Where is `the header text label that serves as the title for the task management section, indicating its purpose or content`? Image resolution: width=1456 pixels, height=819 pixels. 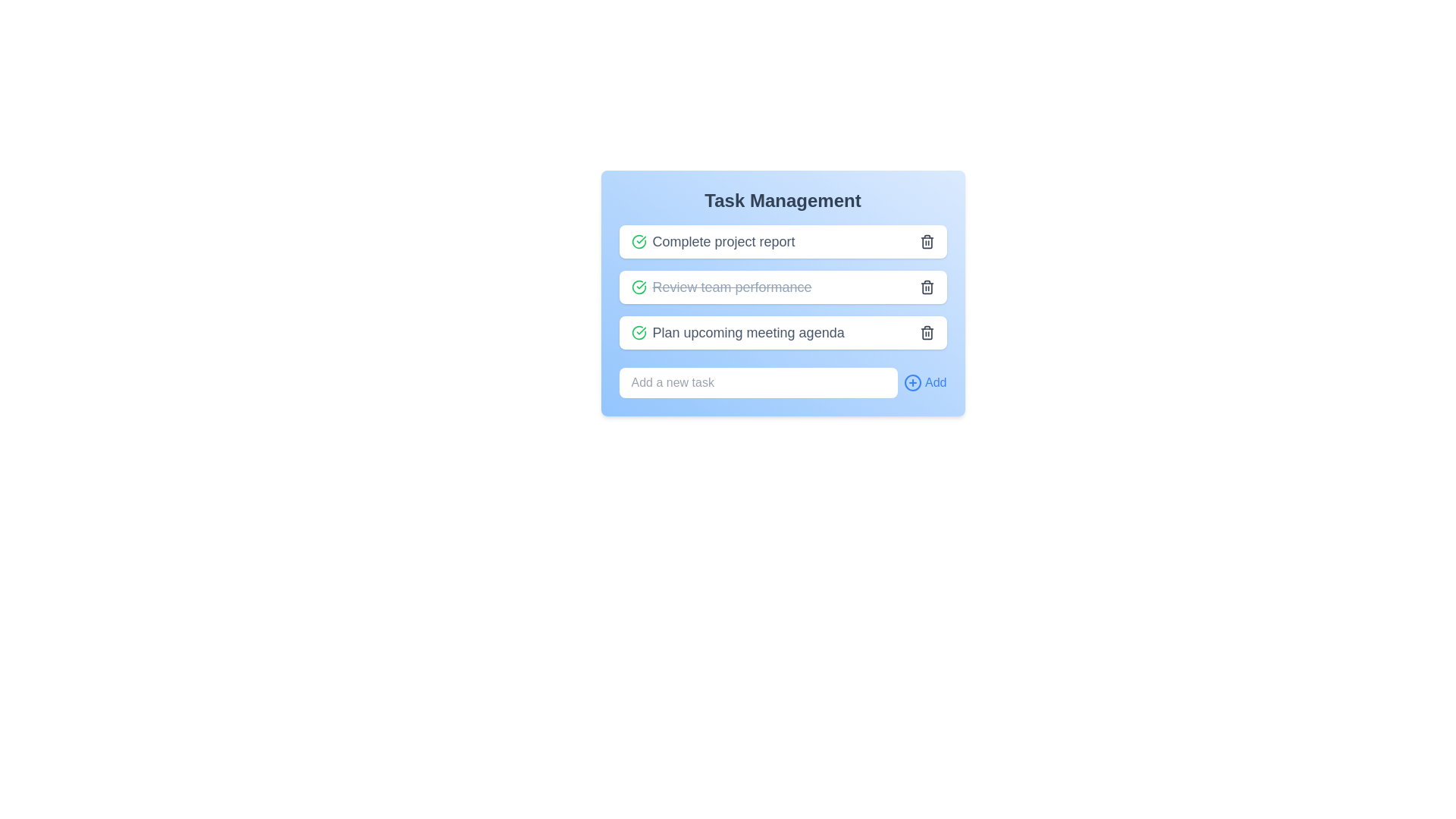
the header text label that serves as the title for the task management section, indicating its purpose or content is located at coordinates (783, 200).